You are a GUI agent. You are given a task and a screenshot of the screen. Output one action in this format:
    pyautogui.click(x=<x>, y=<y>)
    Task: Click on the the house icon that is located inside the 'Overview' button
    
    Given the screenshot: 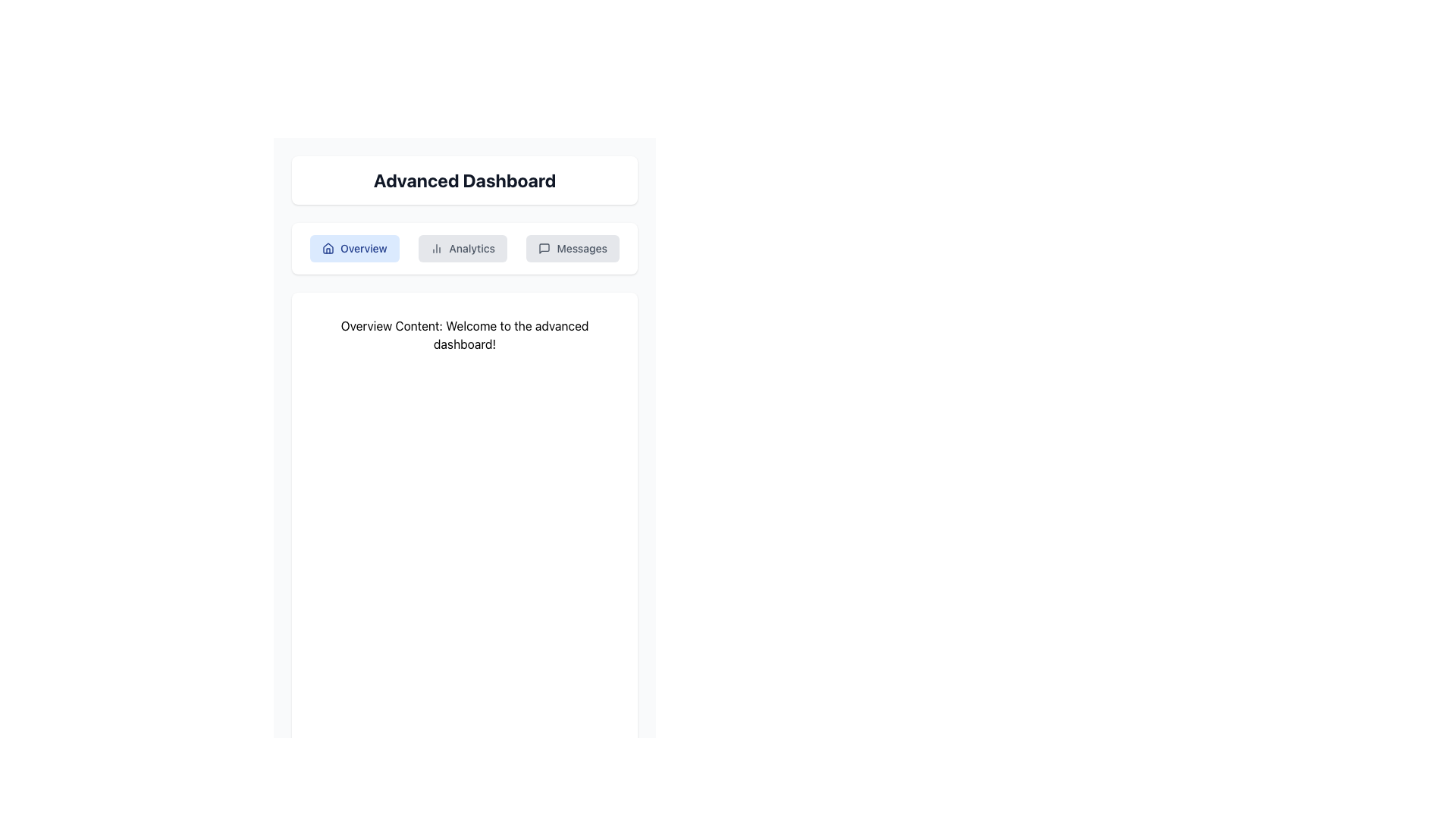 What is the action you would take?
    pyautogui.click(x=327, y=247)
    